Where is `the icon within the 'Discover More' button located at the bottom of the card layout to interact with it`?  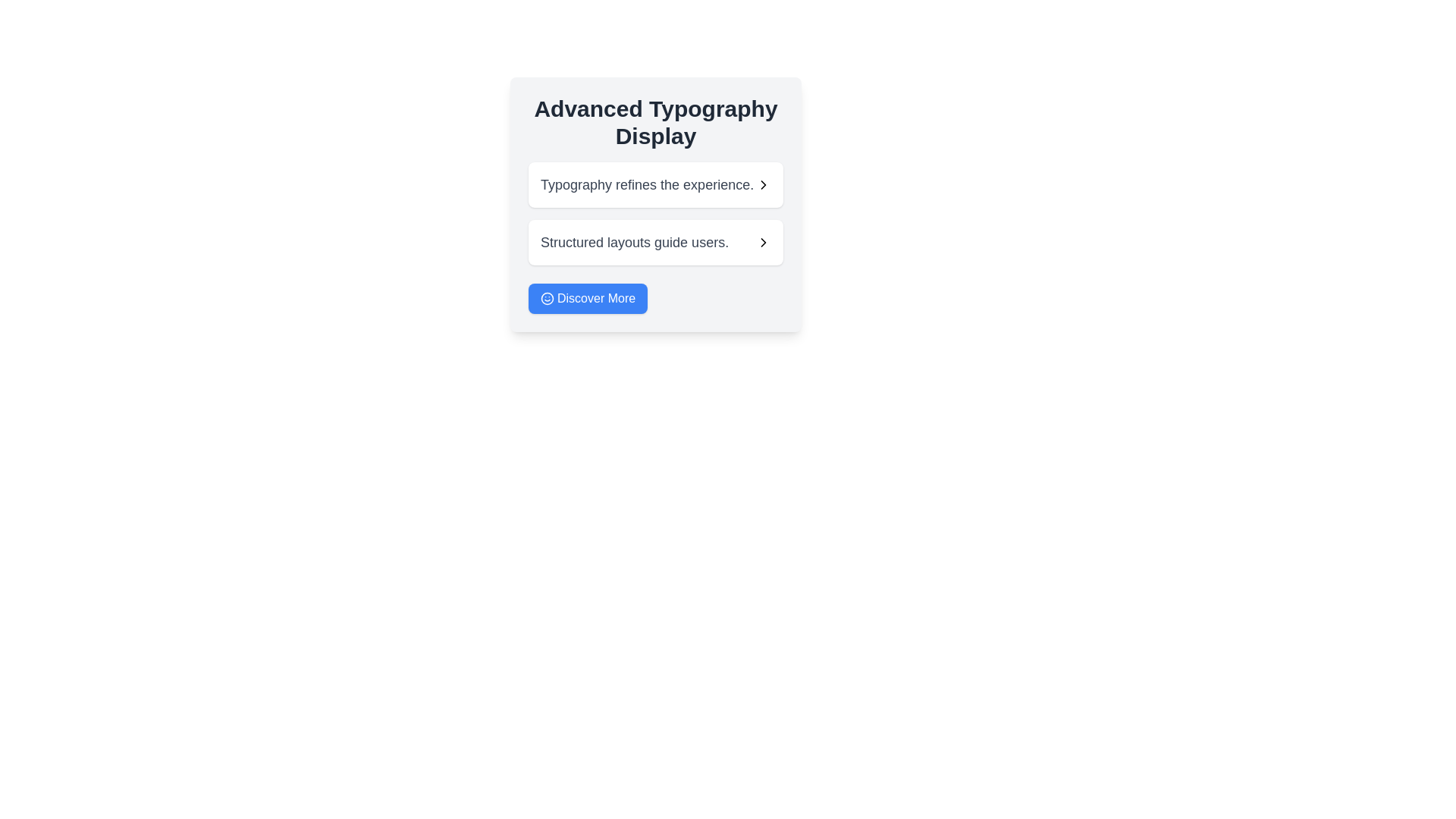 the icon within the 'Discover More' button located at the bottom of the card layout to interact with it is located at coordinates (546, 298).